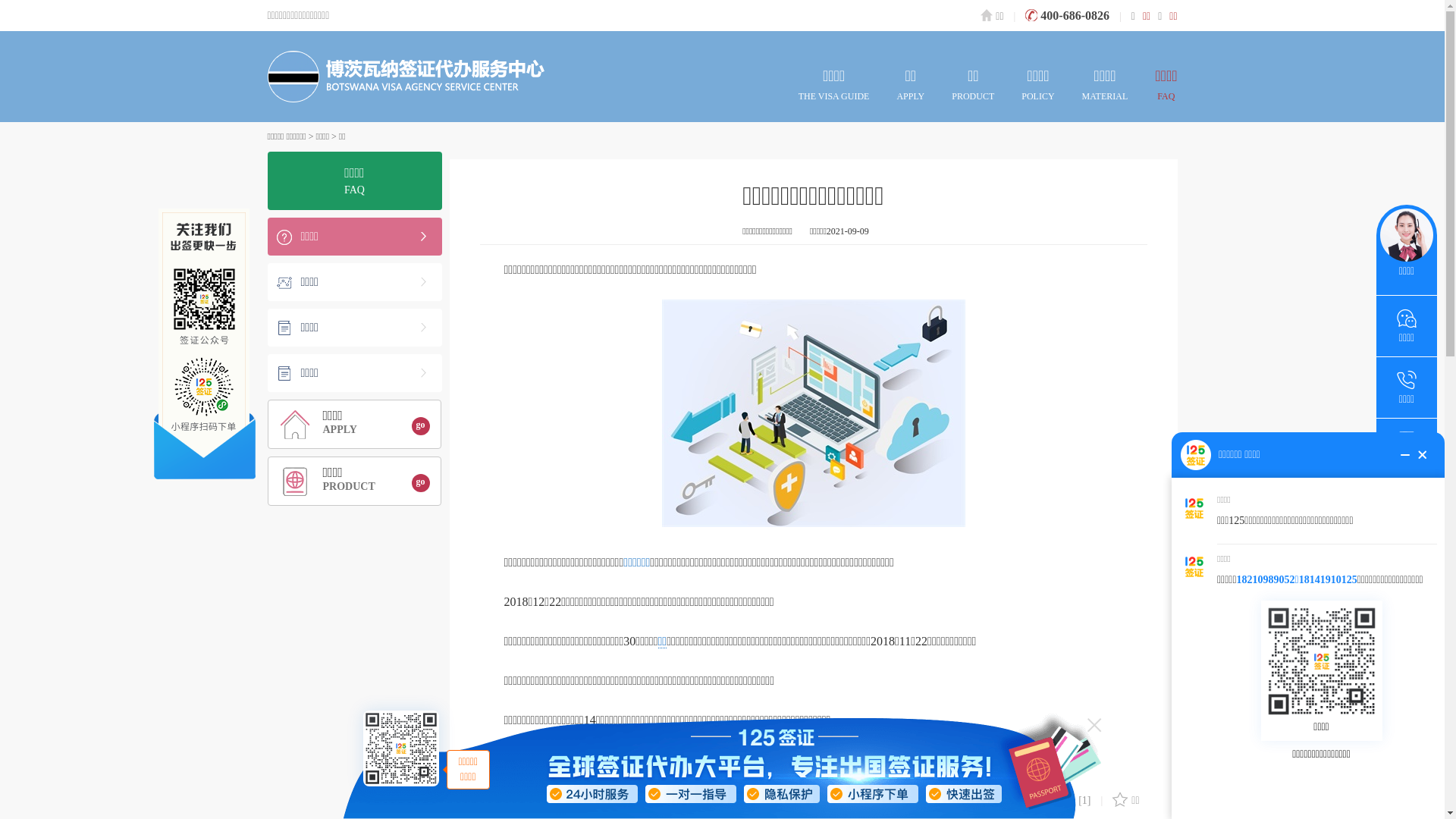 The width and height of the screenshot is (1456, 819). I want to click on '[1]', so click(1074, 799).